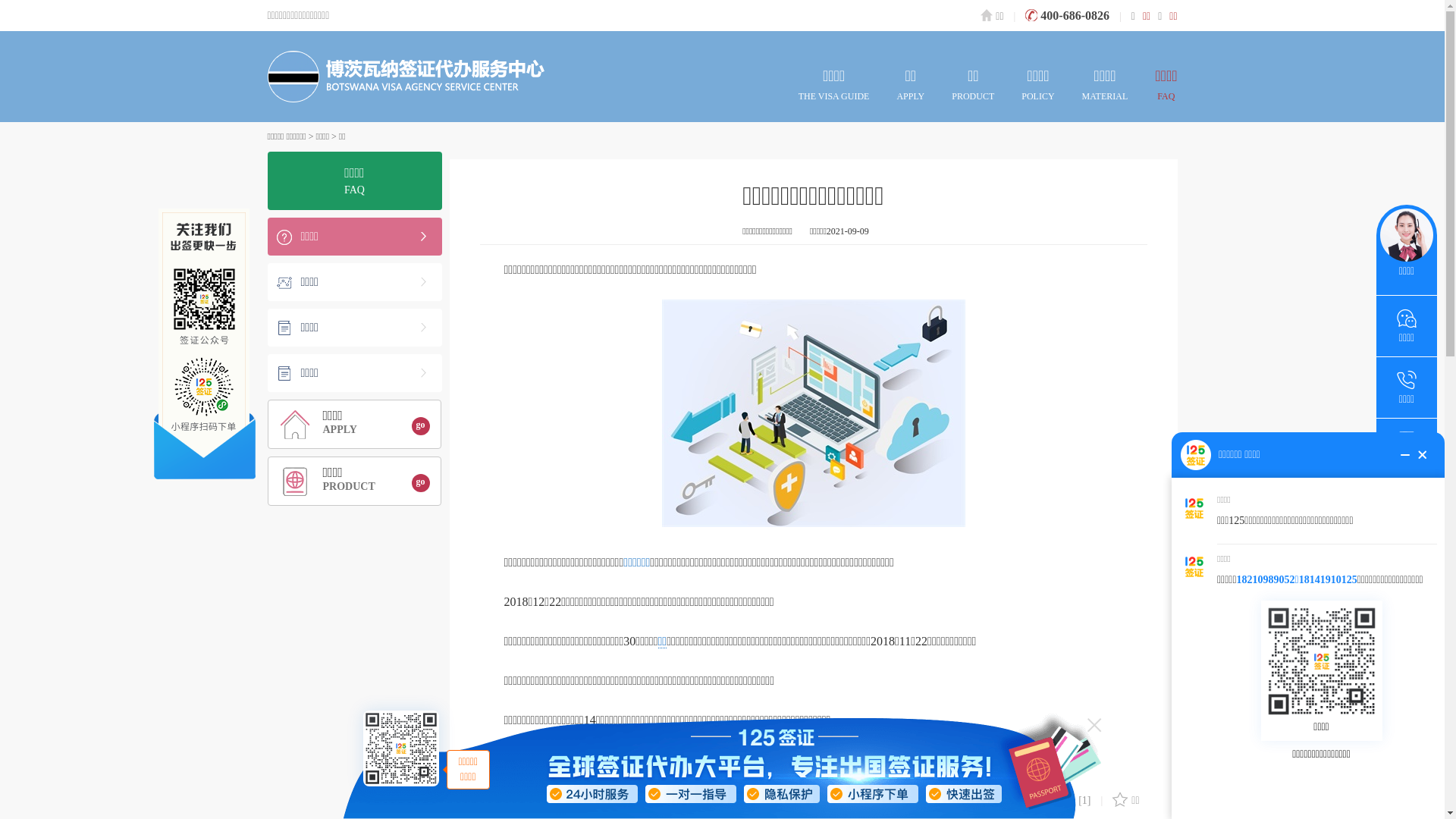 The width and height of the screenshot is (1456, 819). I want to click on '[1]', so click(1074, 799).